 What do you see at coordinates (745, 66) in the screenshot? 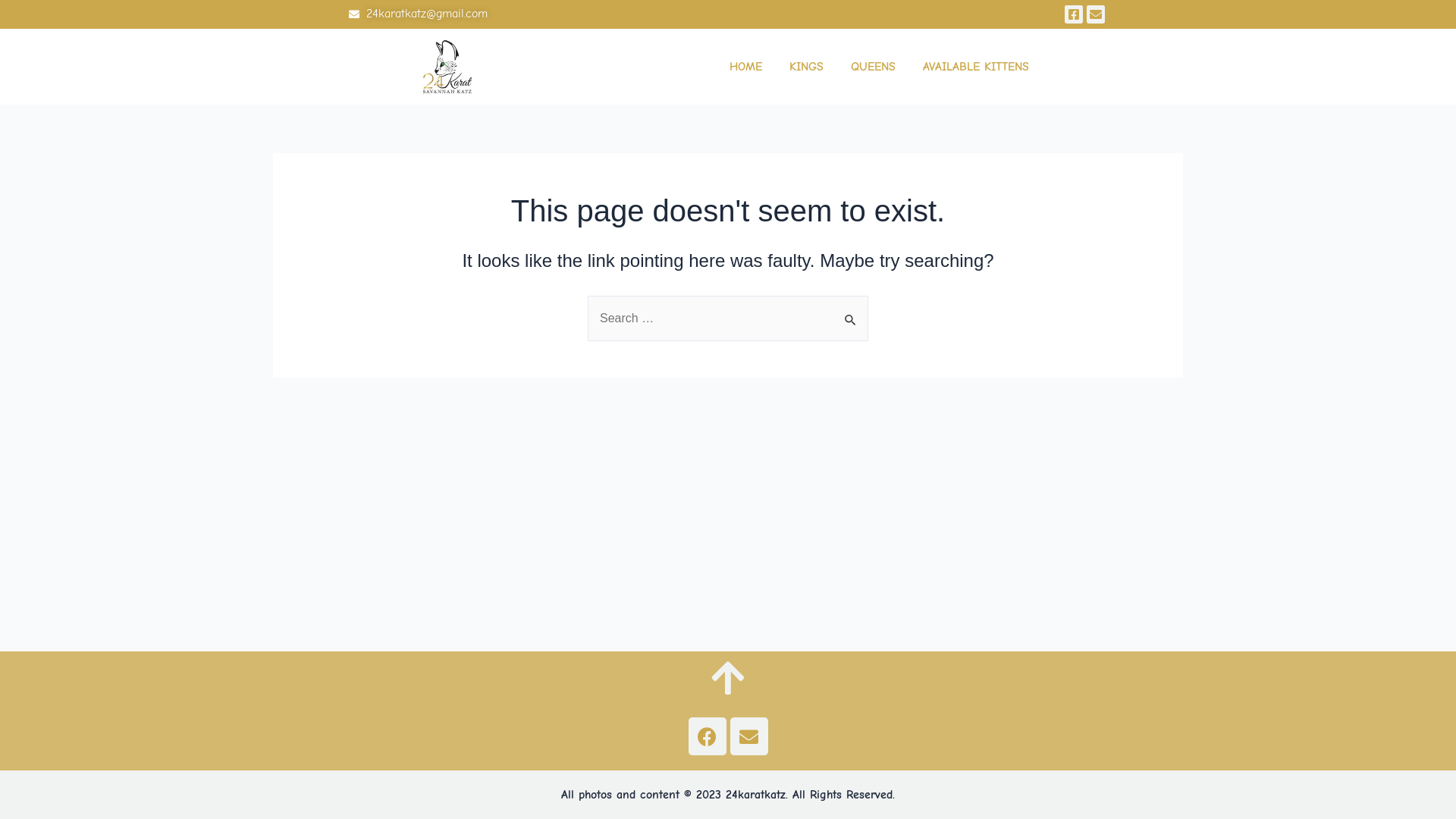
I see `'HOME'` at bounding box center [745, 66].